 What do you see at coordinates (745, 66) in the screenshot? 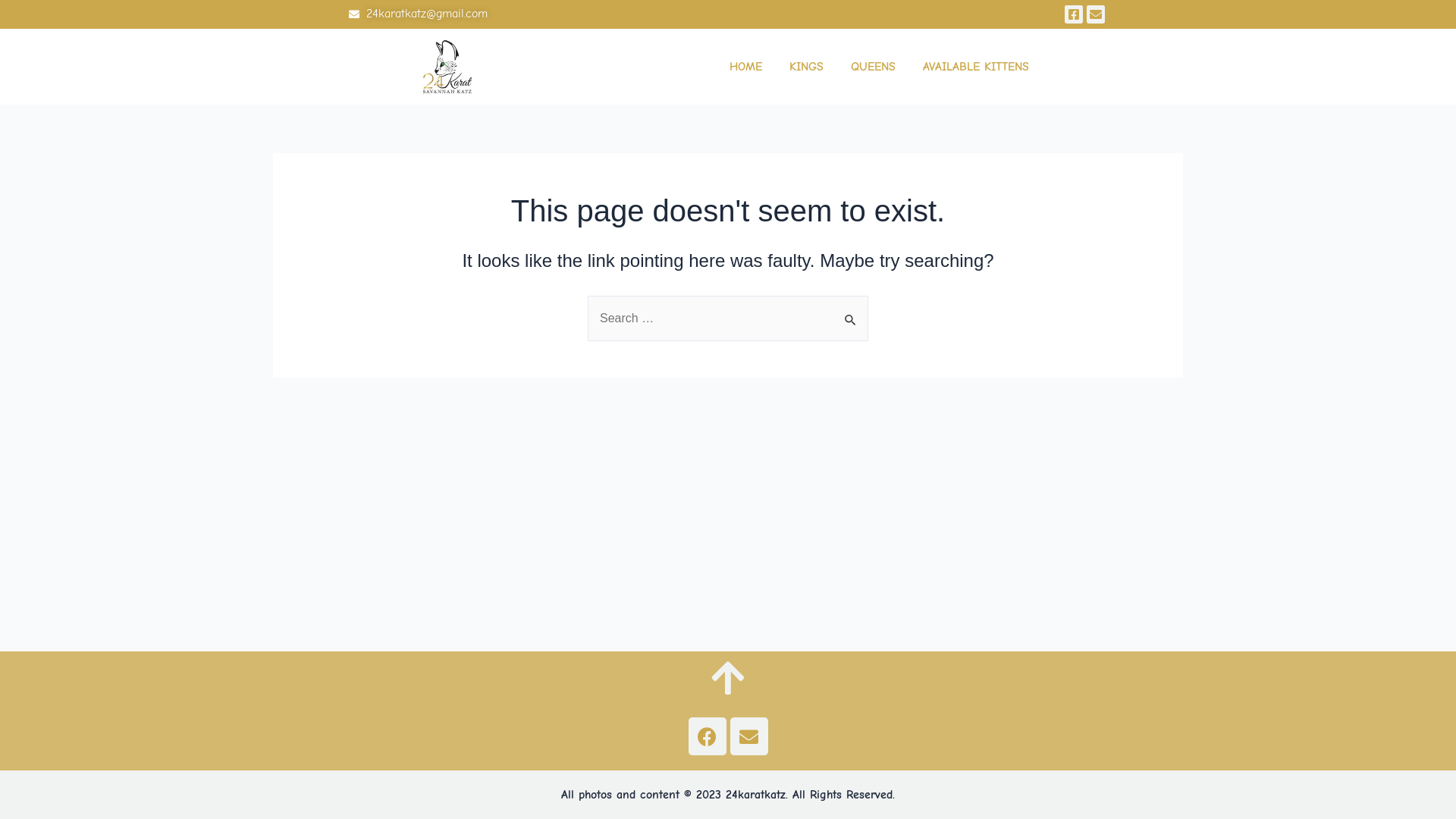
I see `'HOME'` at bounding box center [745, 66].